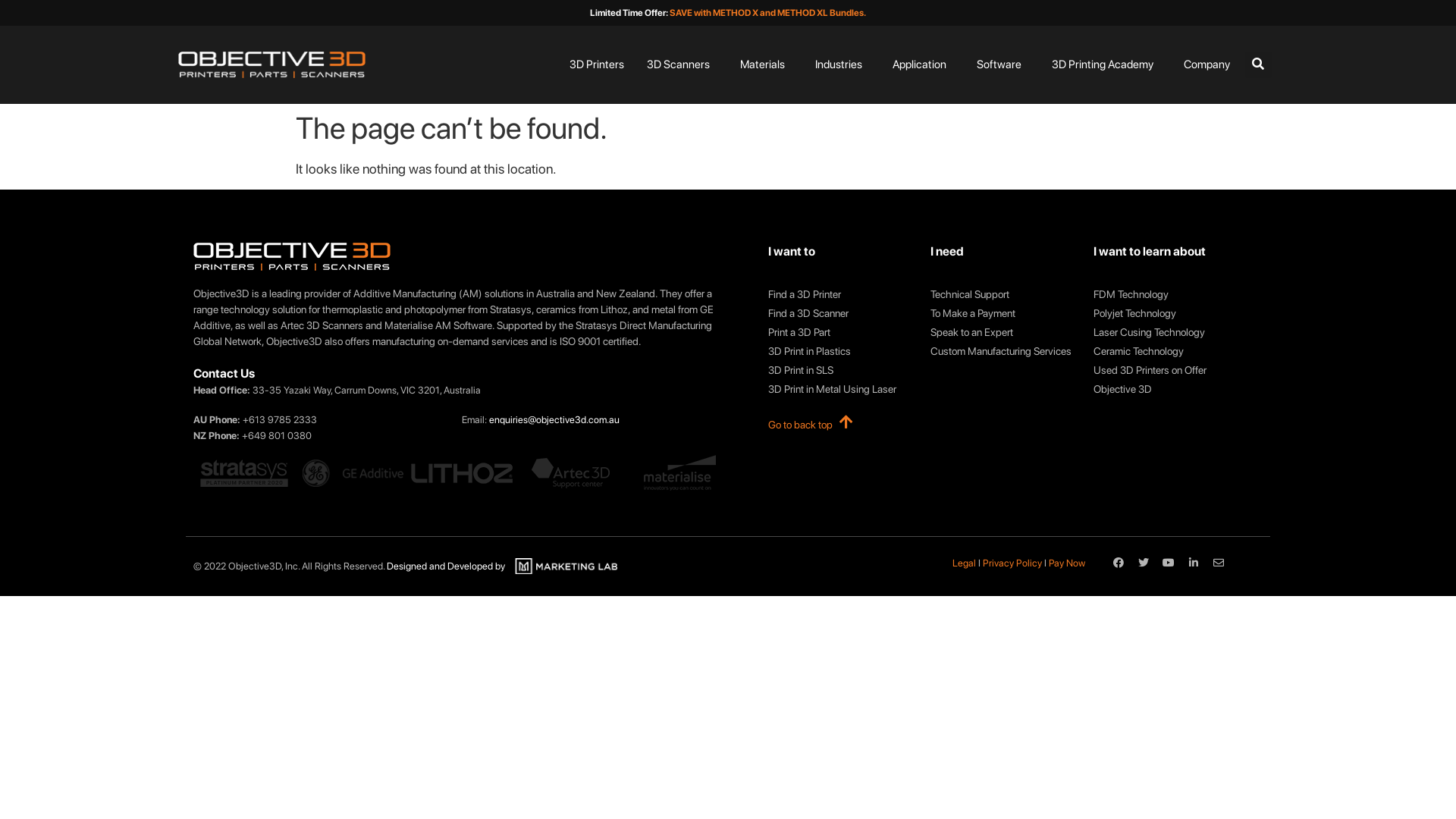  What do you see at coordinates (1093, 331) in the screenshot?
I see `'Laser Cusing Technology'` at bounding box center [1093, 331].